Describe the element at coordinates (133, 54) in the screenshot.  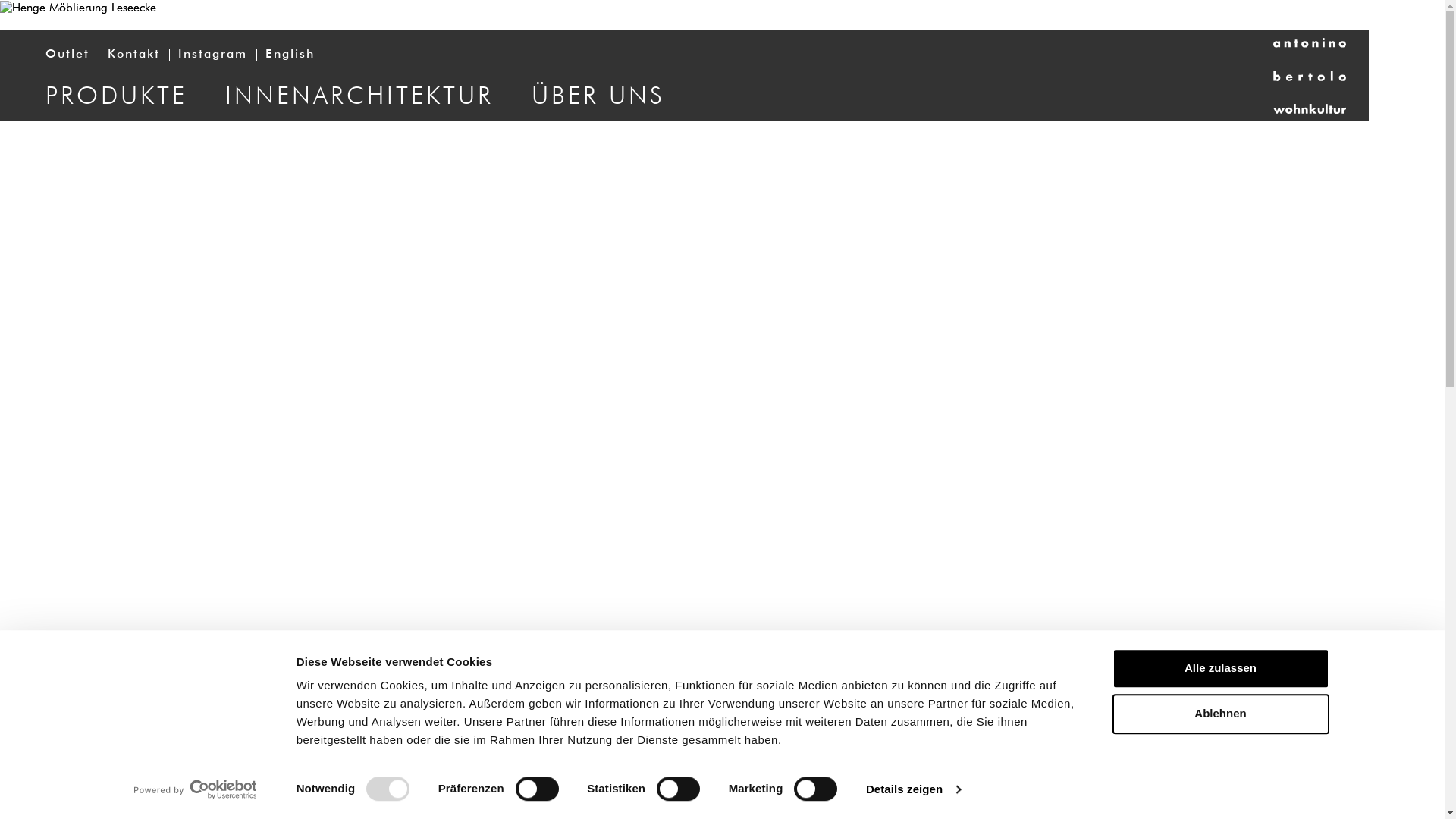
I see `'Kontakt'` at that location.